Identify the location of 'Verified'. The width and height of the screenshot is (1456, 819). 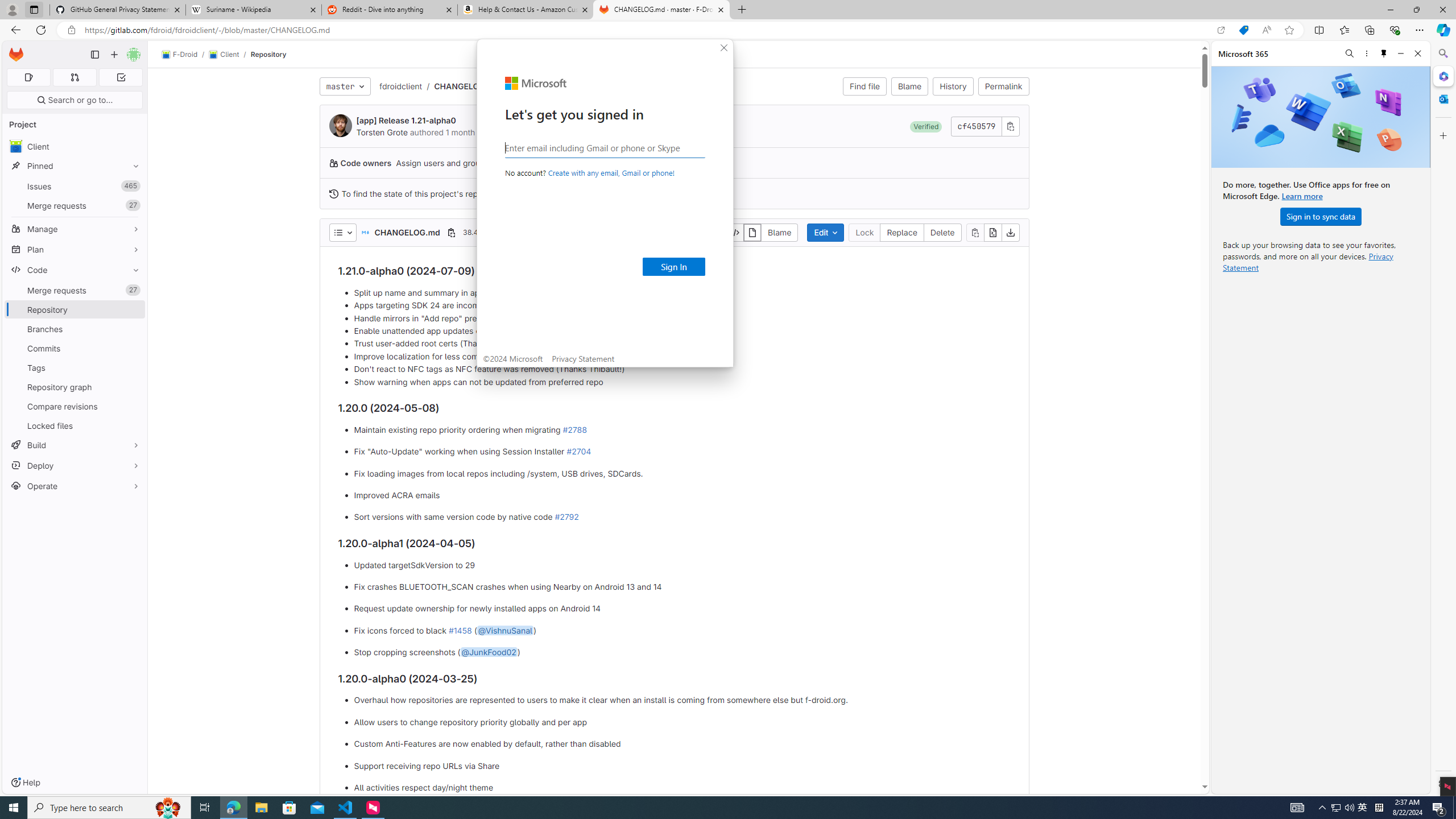
(925, 126).